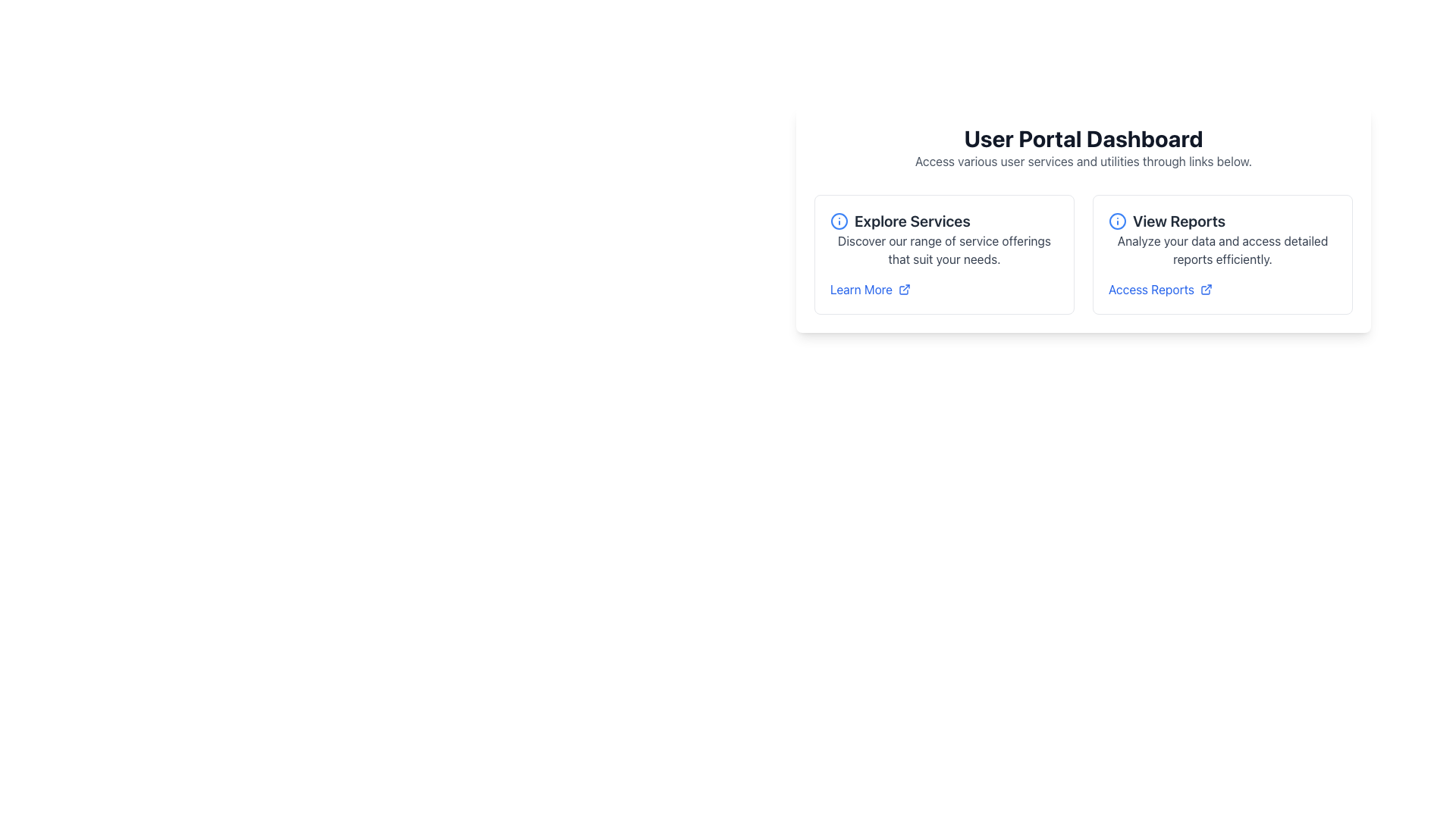  I want to click on the circular blue icon with an information symbol, located to the left of the 'View Reports' text, so click(1117, 221).